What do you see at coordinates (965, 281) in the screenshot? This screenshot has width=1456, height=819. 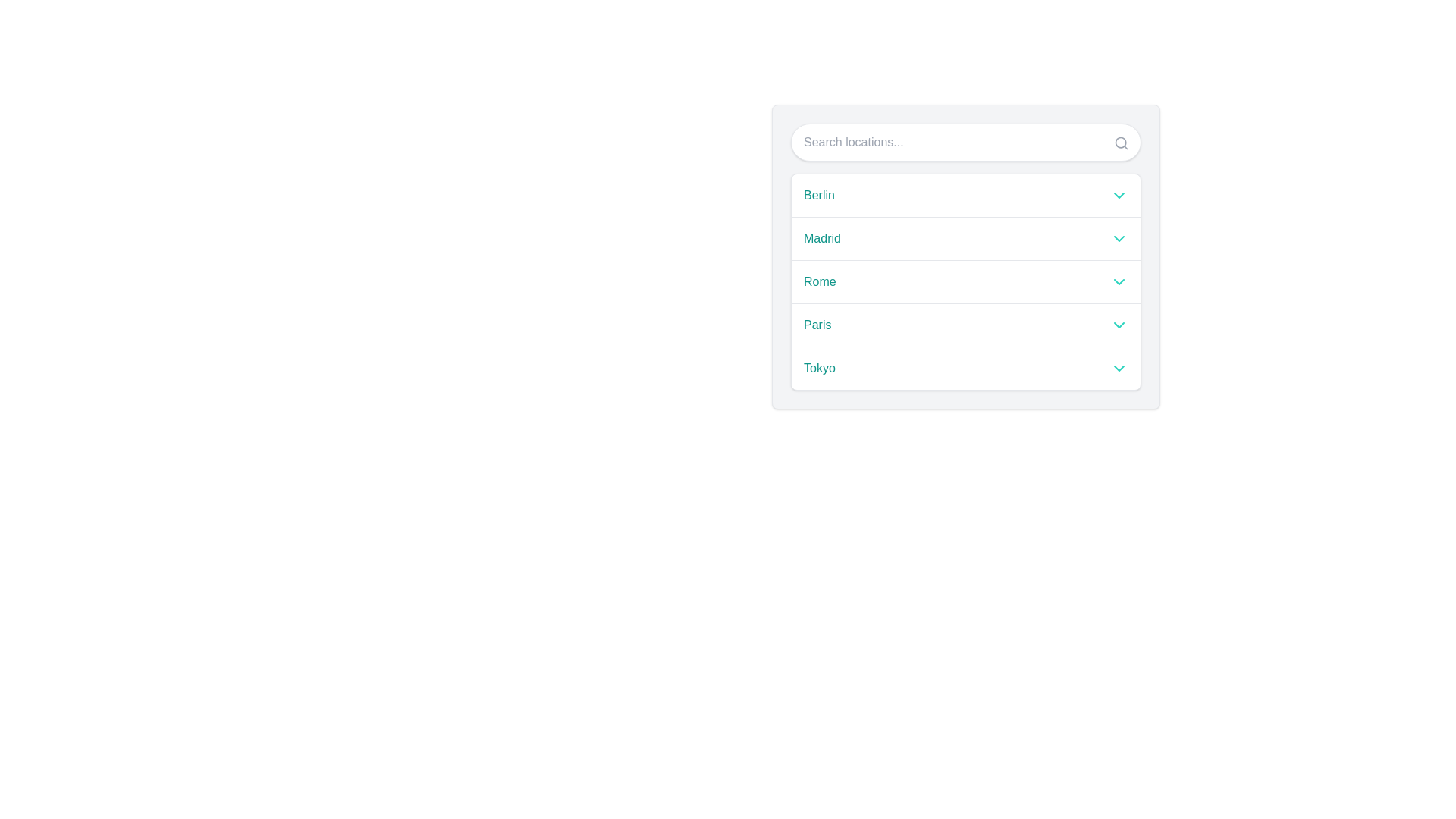 I see `the third item in the dropdown menu, labeled 'Rome'` at bounding box center [965, 281].